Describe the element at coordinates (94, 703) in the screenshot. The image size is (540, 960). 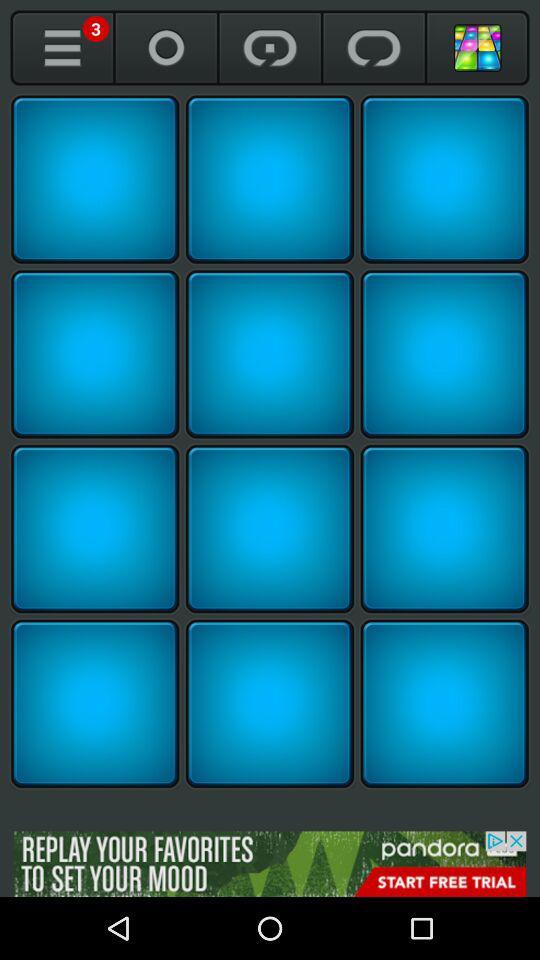
I see `row 4 left loop` at that location.